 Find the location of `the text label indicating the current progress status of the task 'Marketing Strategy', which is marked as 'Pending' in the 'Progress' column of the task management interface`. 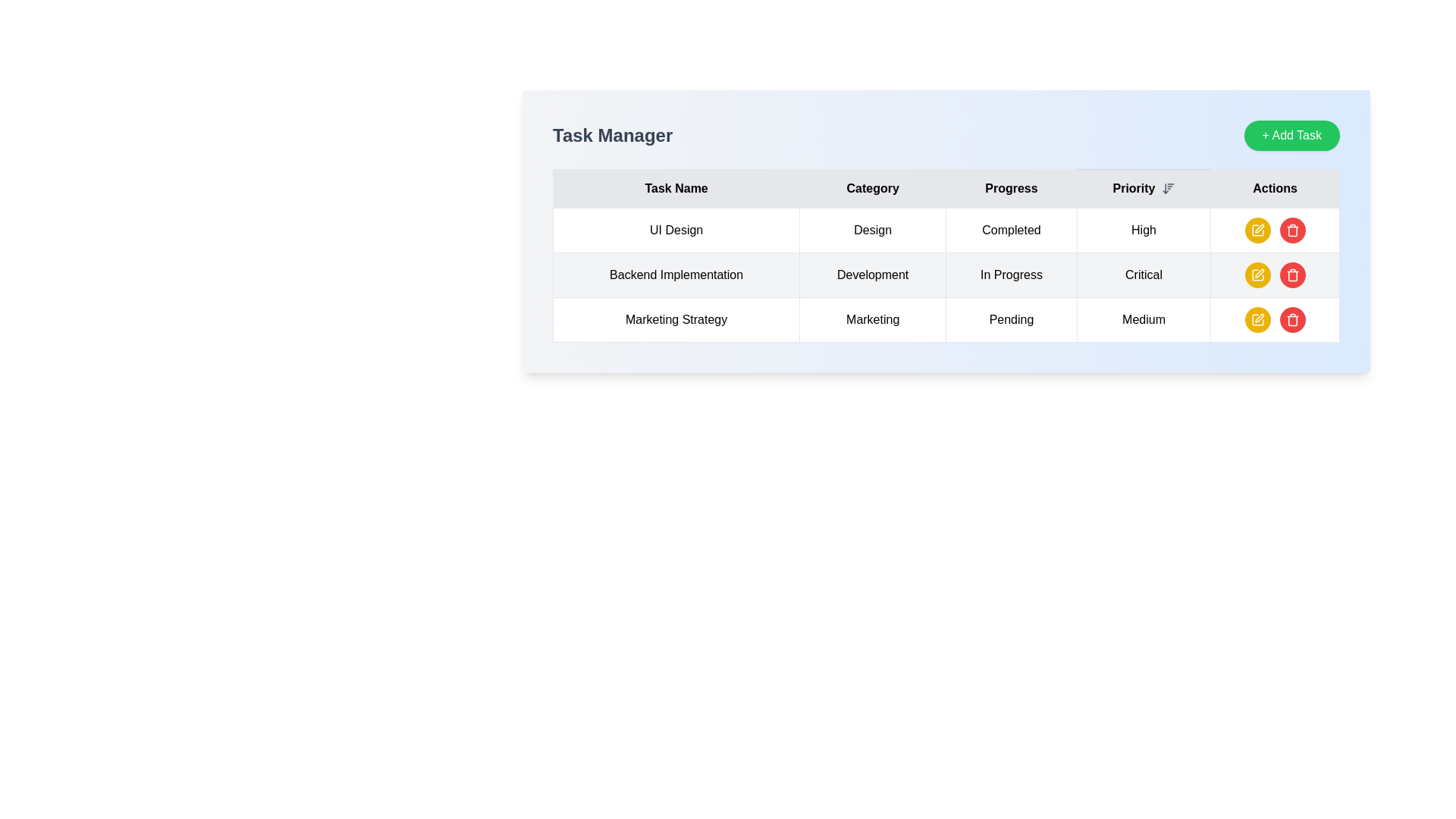

the text label indicating the current progress status of the task 'Marketing Strategy', which is marked as 'Pending' in the 'Progress' column of the task management interface is located at coordinates (1012, 318).